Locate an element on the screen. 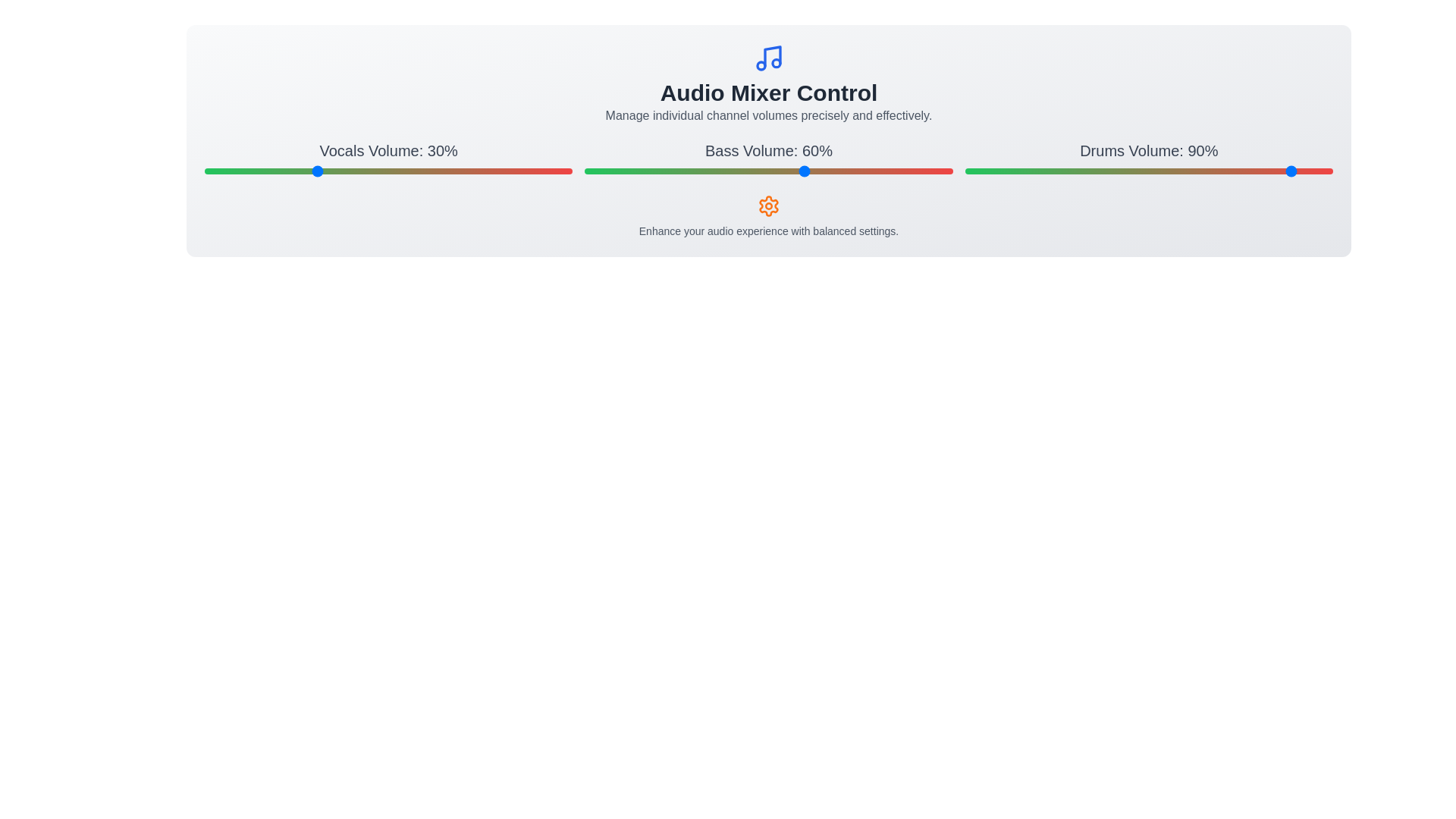 The image size is (1456, 819). the settings icon to open the settings menu is located at coordinates (768, 206).